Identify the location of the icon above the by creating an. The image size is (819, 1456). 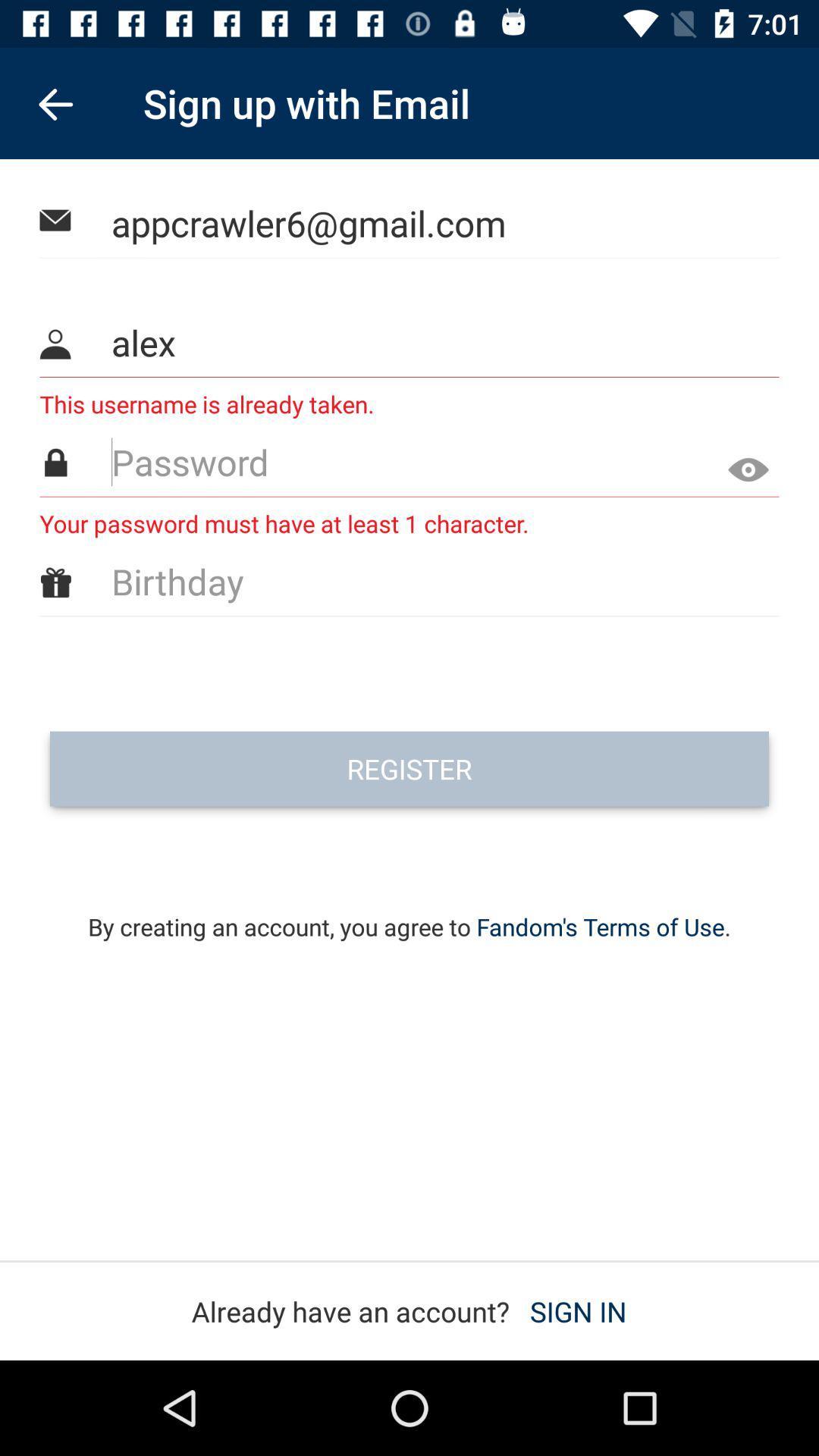
(409, 768).